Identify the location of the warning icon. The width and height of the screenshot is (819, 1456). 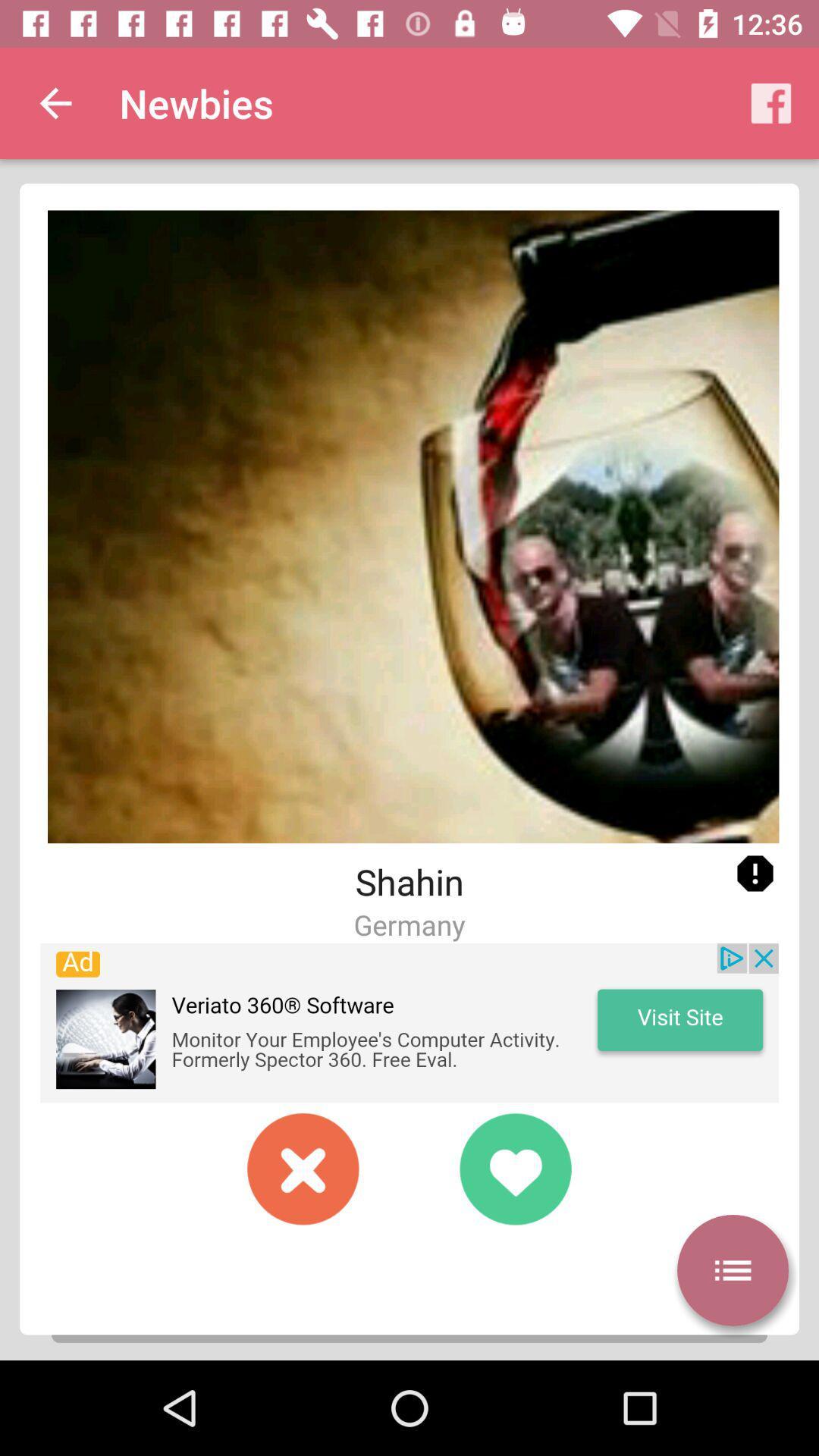
(755, 874).